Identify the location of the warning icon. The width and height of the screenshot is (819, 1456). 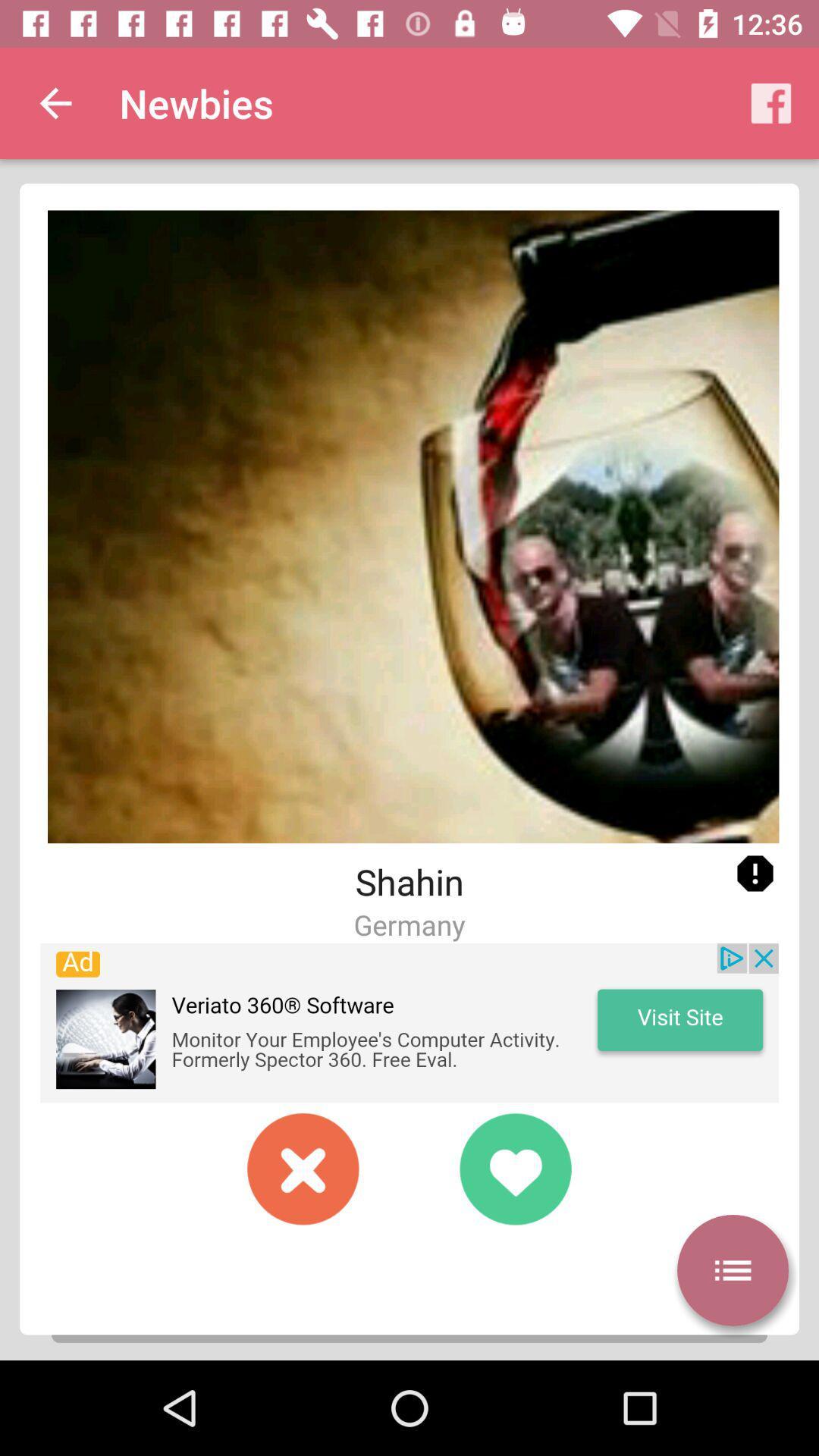
(755, 874).